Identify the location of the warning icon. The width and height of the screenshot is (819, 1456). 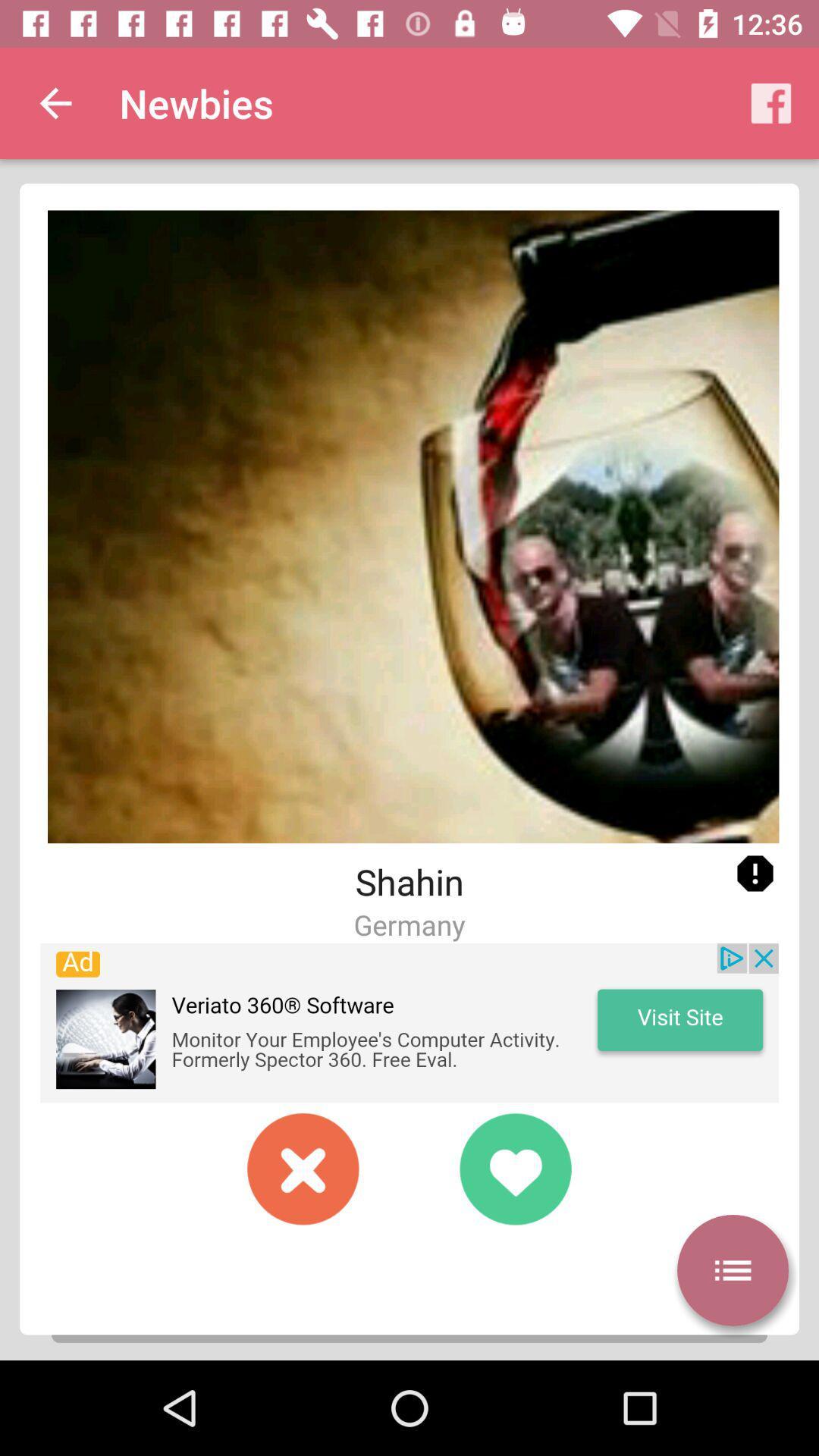
(755, 874).